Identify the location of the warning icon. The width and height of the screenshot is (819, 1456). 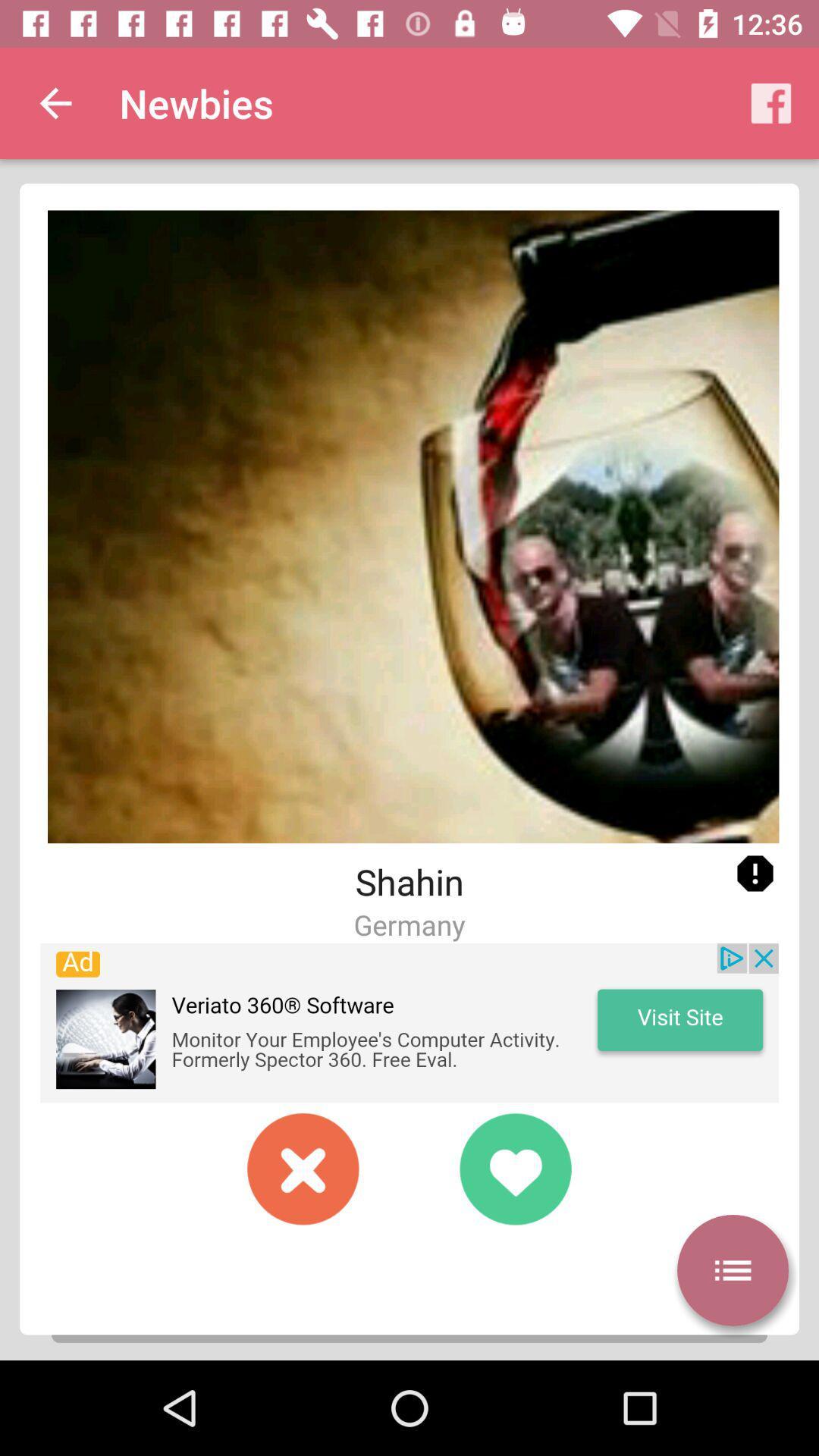
(755, 874).